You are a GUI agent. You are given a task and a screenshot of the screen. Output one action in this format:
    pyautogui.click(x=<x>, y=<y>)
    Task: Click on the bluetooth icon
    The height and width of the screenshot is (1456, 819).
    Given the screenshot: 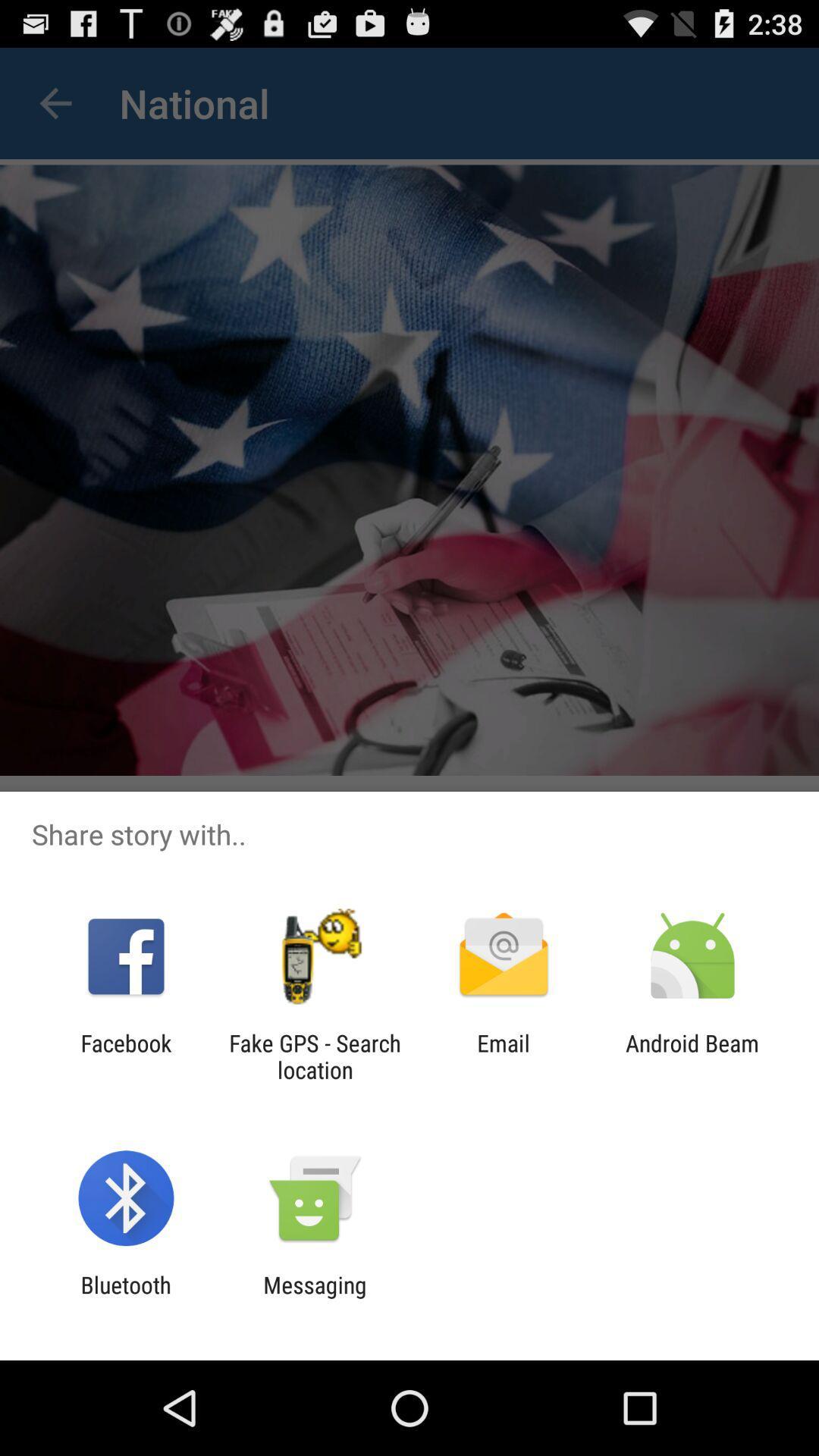 What is the action you would take?
    pyautogui.click(x=125, y=1298)
    